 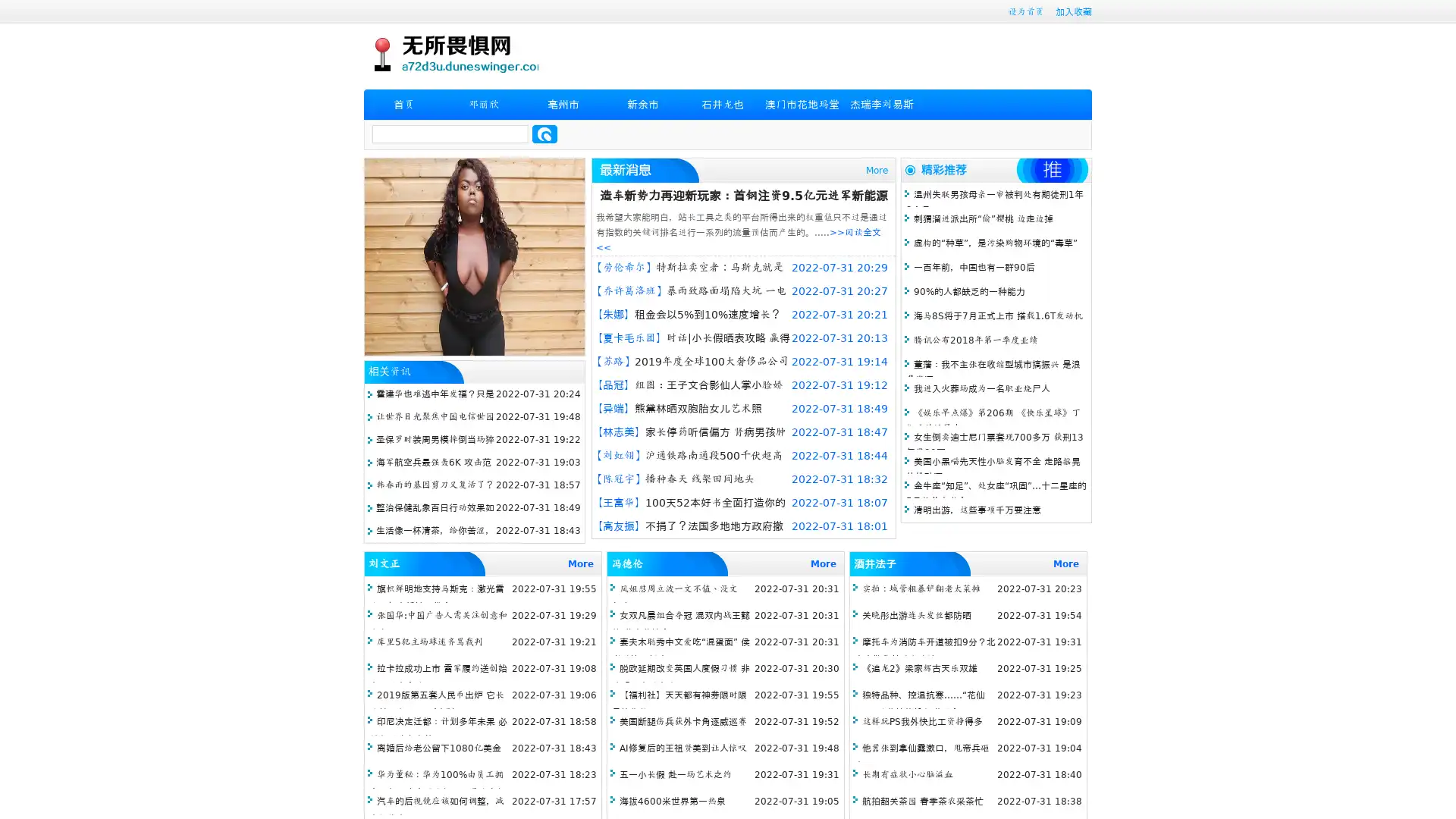 What do you see at coordinates (544, 133) in the screenshot?
I see `Search` at bounding box center [544, 133].